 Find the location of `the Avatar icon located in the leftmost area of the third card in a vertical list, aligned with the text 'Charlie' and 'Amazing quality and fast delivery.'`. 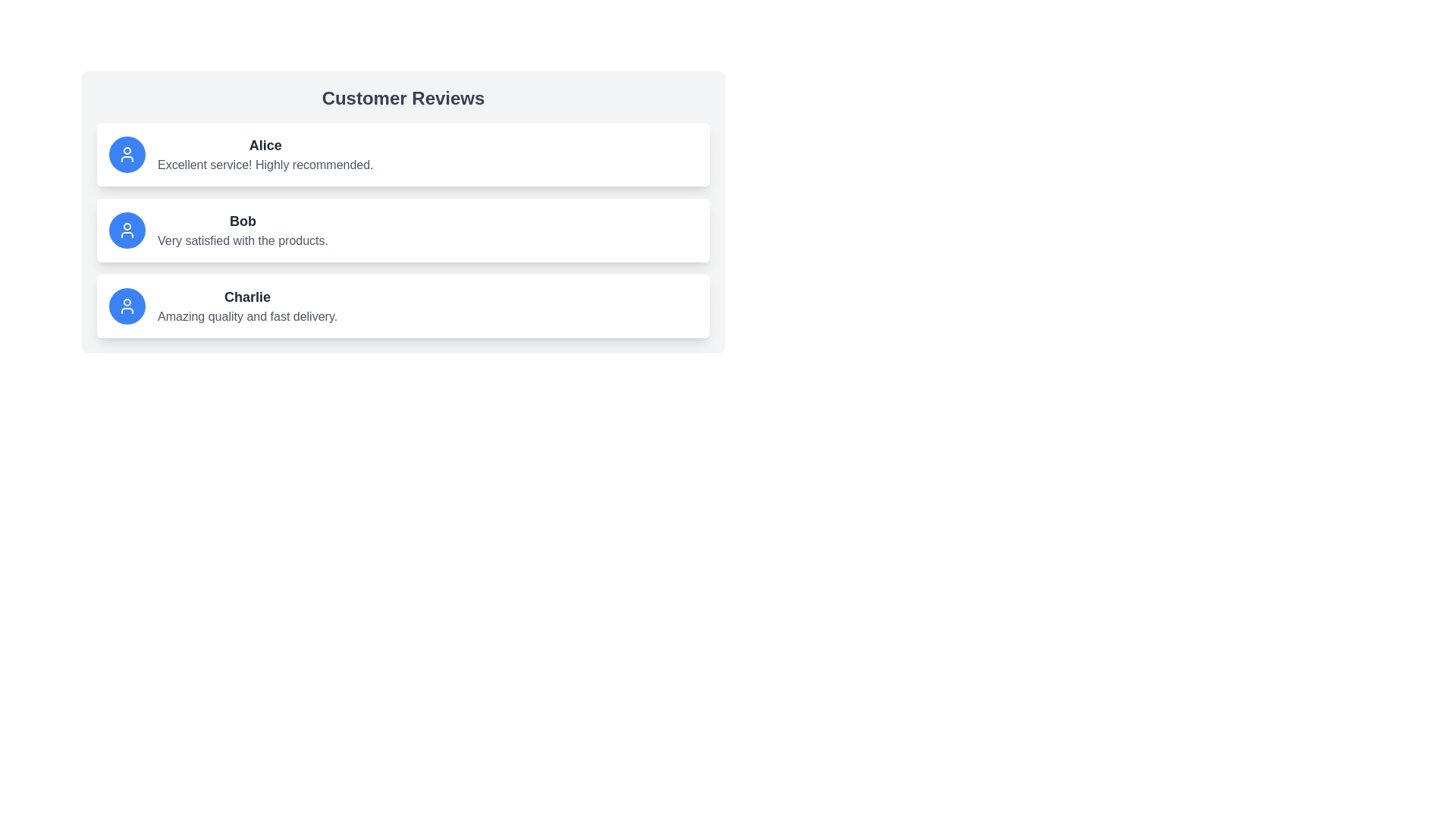

the Avatar icon located in the leftmost area of the third card in a vertical list, aligned with the text 'Charlie' and 'Amazing quality and fast delivery.' is located at coordinates (127, 306).